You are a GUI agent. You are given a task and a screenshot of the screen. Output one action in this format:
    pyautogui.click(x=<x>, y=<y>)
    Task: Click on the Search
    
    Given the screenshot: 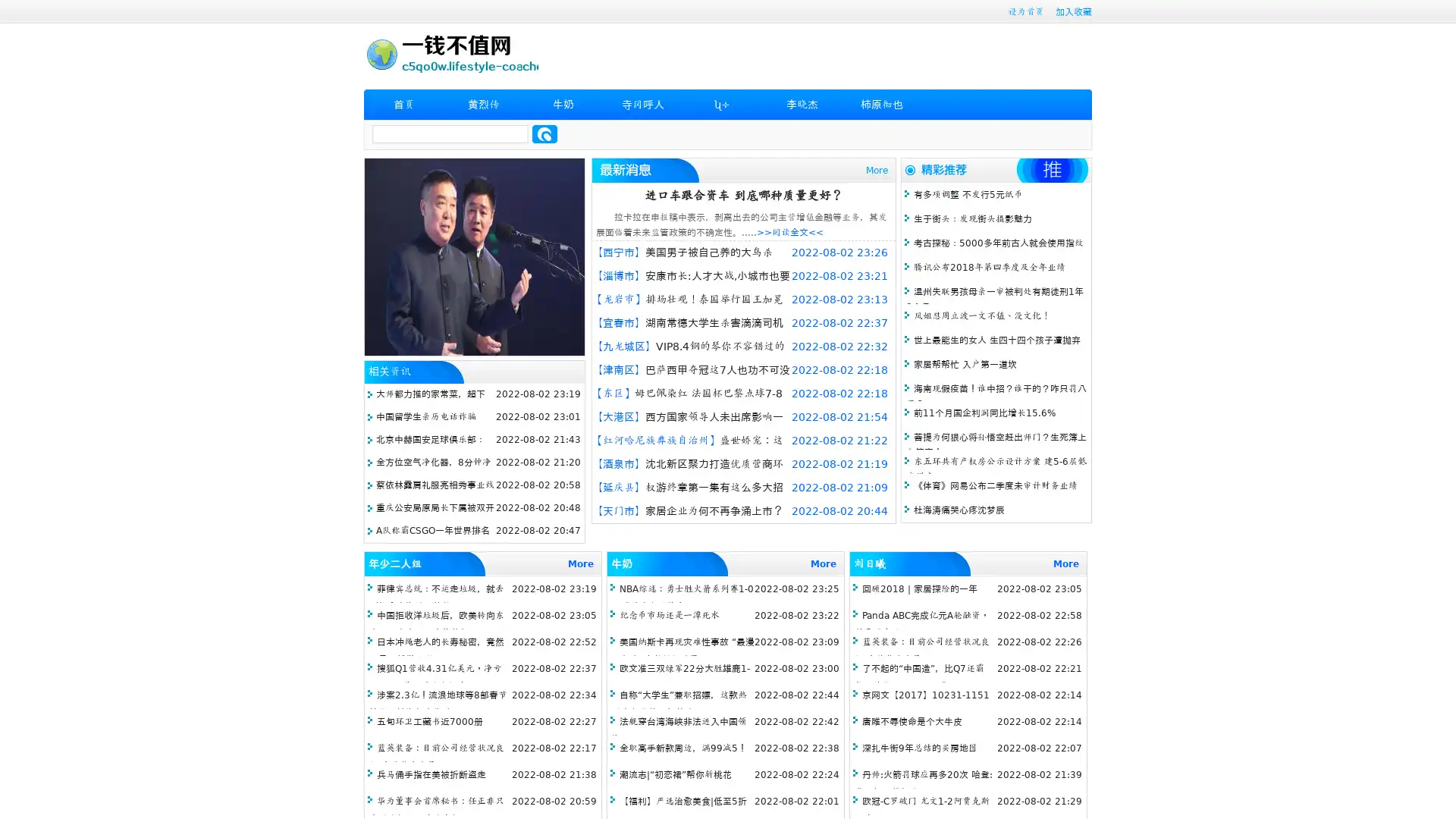 What is the action you would take?
    pyautogui.click(x=544, y=133)
    